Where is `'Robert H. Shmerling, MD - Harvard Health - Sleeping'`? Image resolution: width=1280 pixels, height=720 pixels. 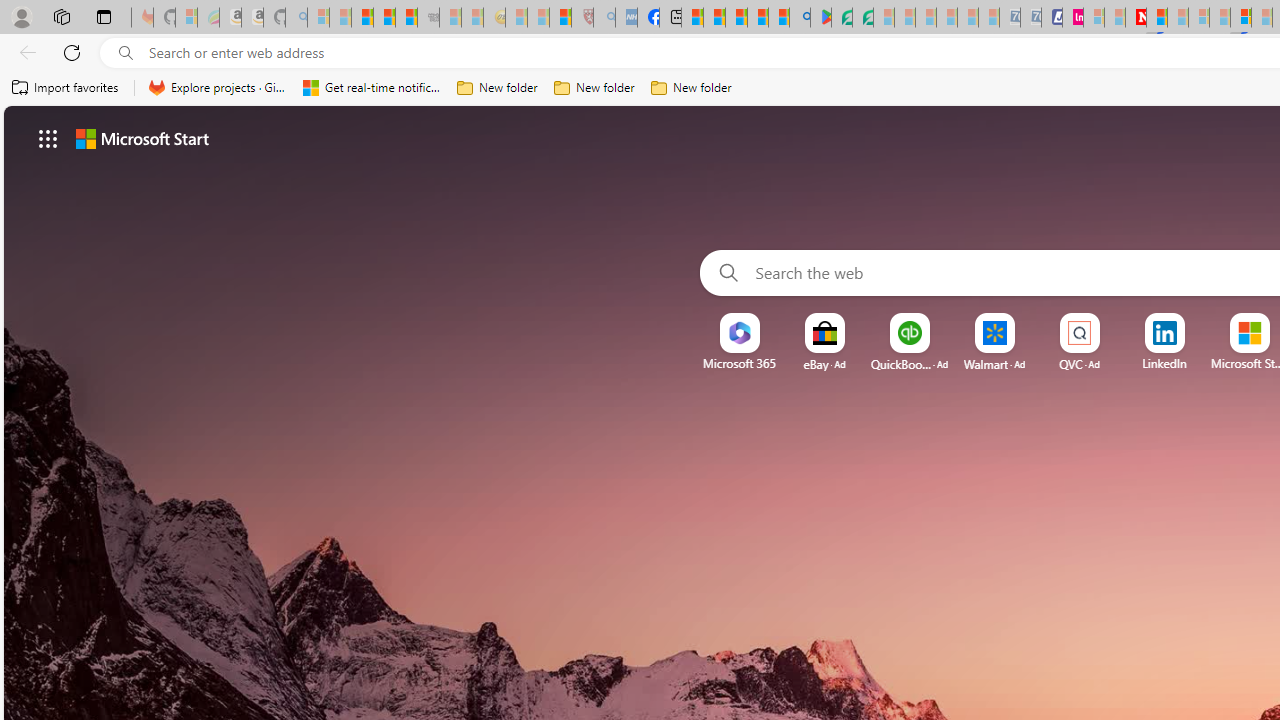 'Robert H. Shmerling, MD - Harvard Health - Sleeping' is located at coordinates (581, 17).